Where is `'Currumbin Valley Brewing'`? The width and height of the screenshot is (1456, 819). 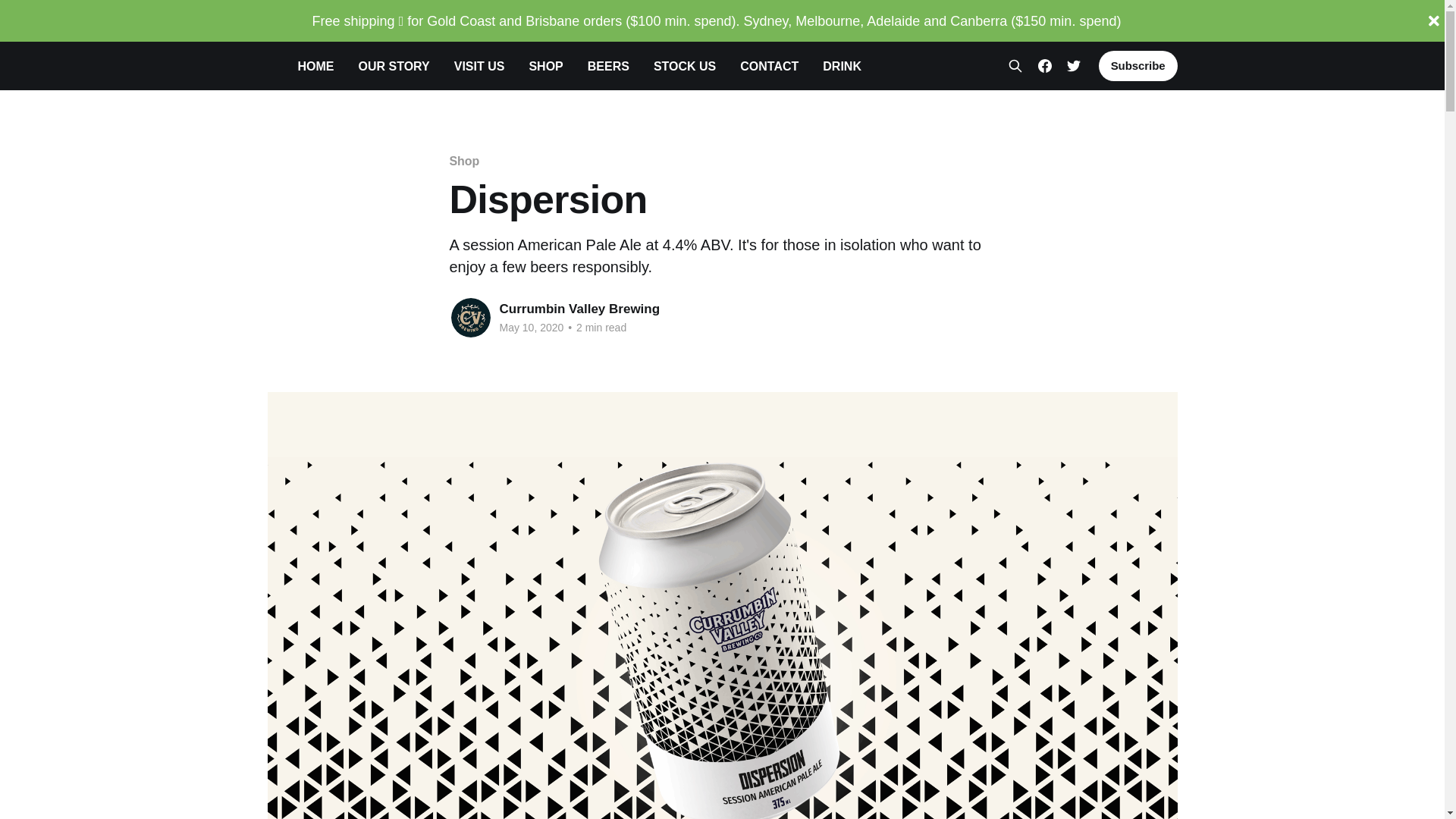
'Currumbin Valley Brewing' is located at coordinates (578, 308).